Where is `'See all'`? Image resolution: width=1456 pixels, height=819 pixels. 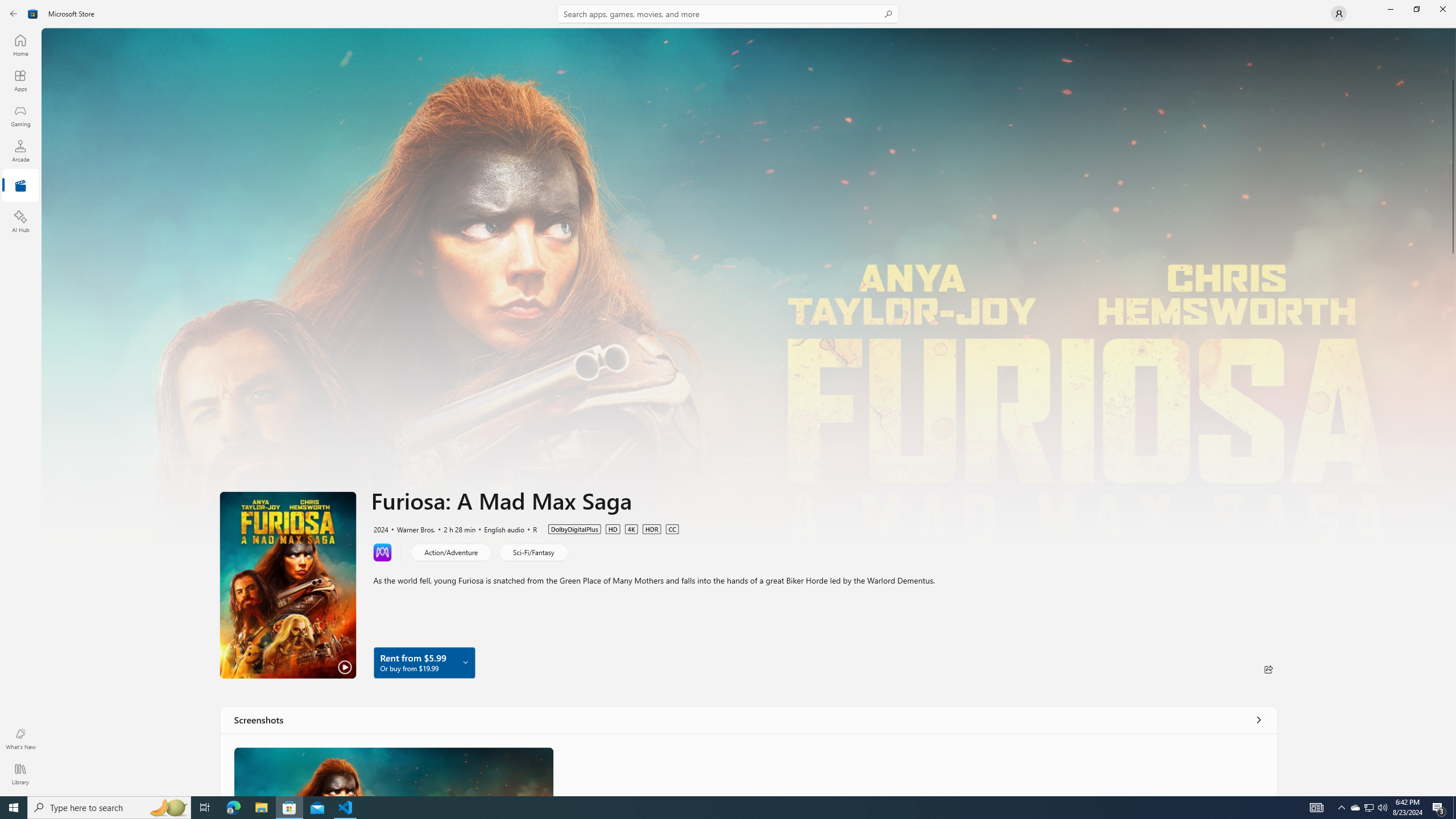
'See all' is located at coordinates (1259, 719).